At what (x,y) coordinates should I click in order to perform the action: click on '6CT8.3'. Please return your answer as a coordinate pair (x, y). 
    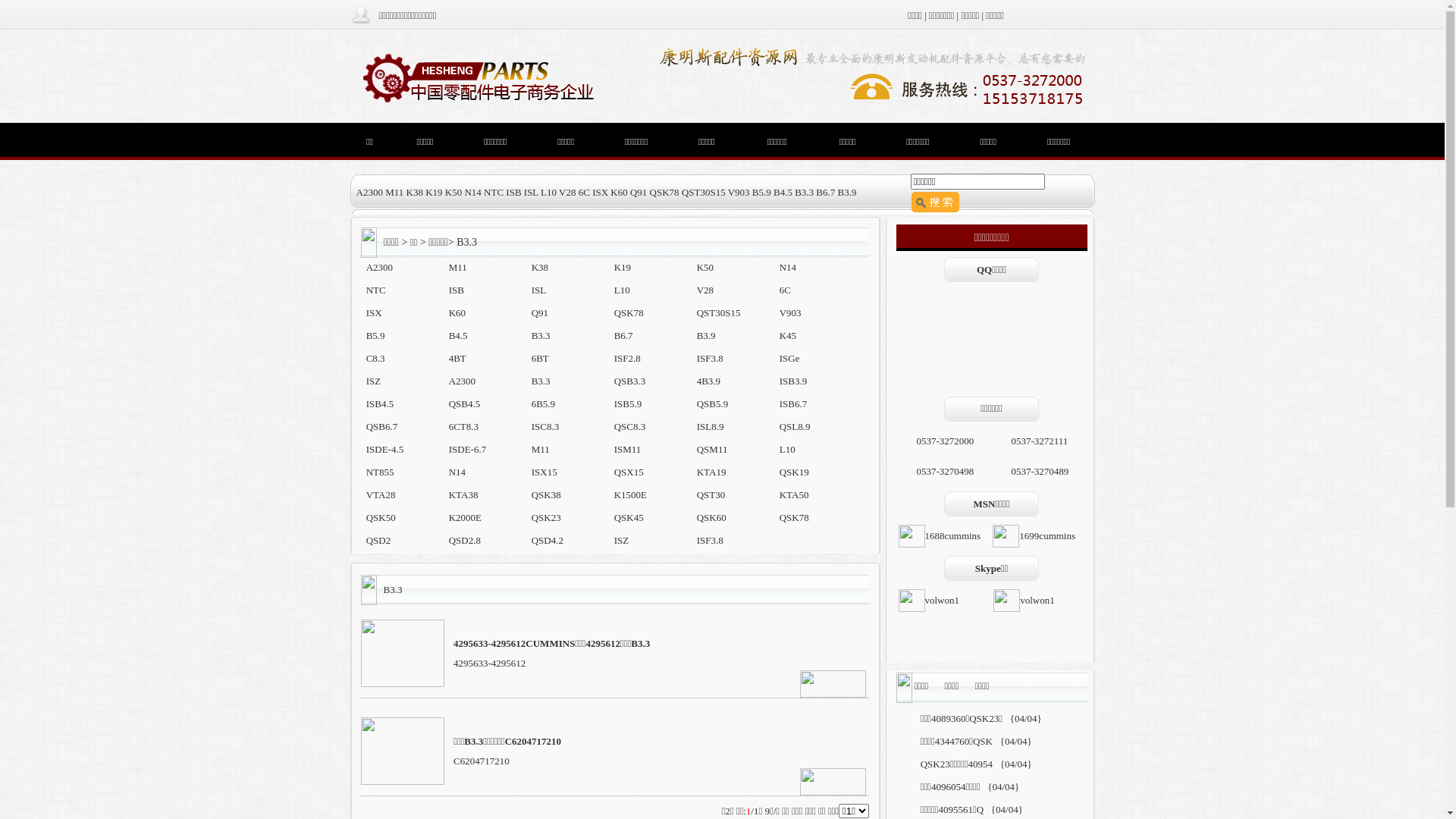
    Looking at the image, I should click on (463, 426).